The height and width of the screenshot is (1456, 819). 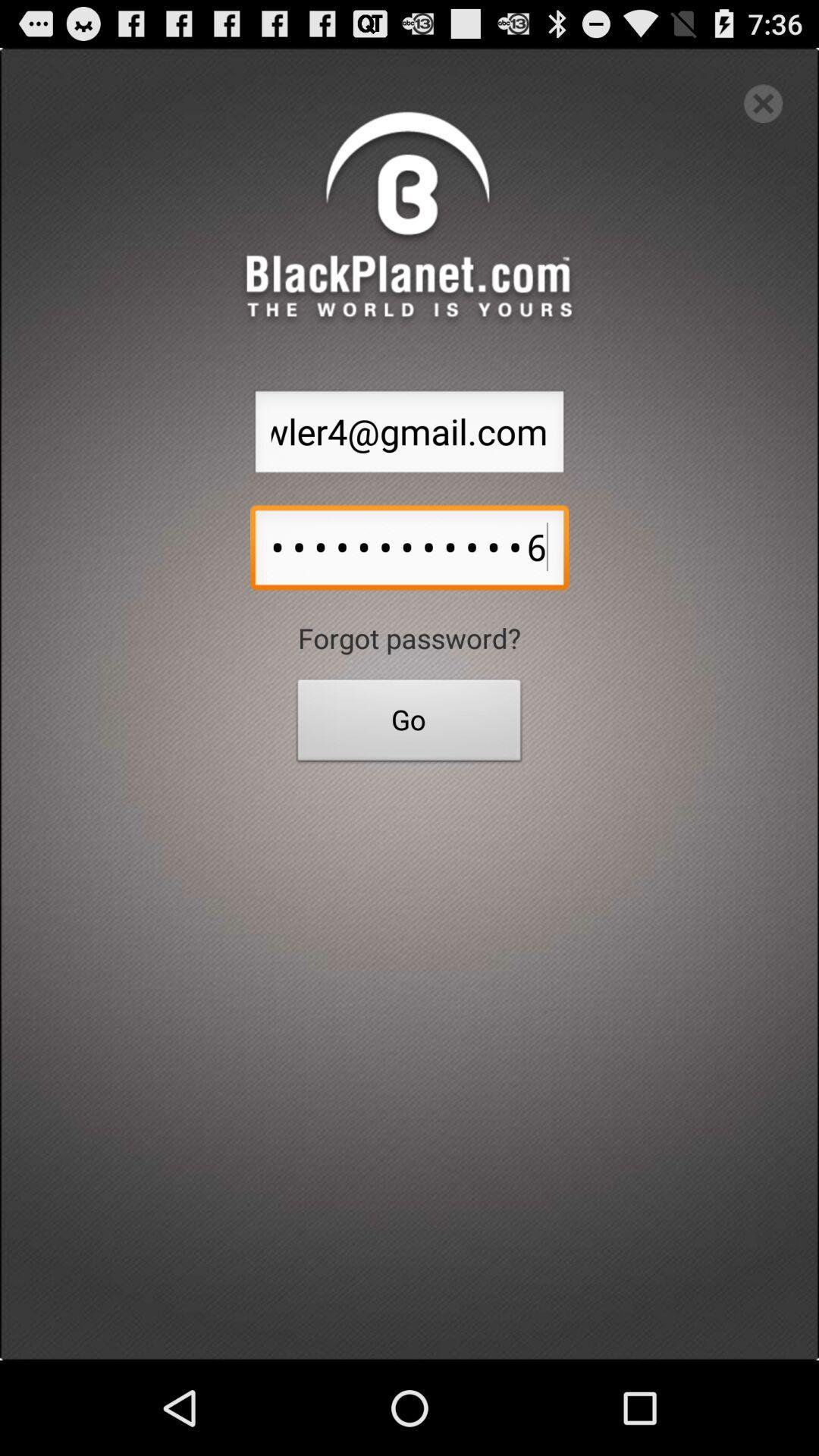 I want to click on go back, so click(x=763, y=102).